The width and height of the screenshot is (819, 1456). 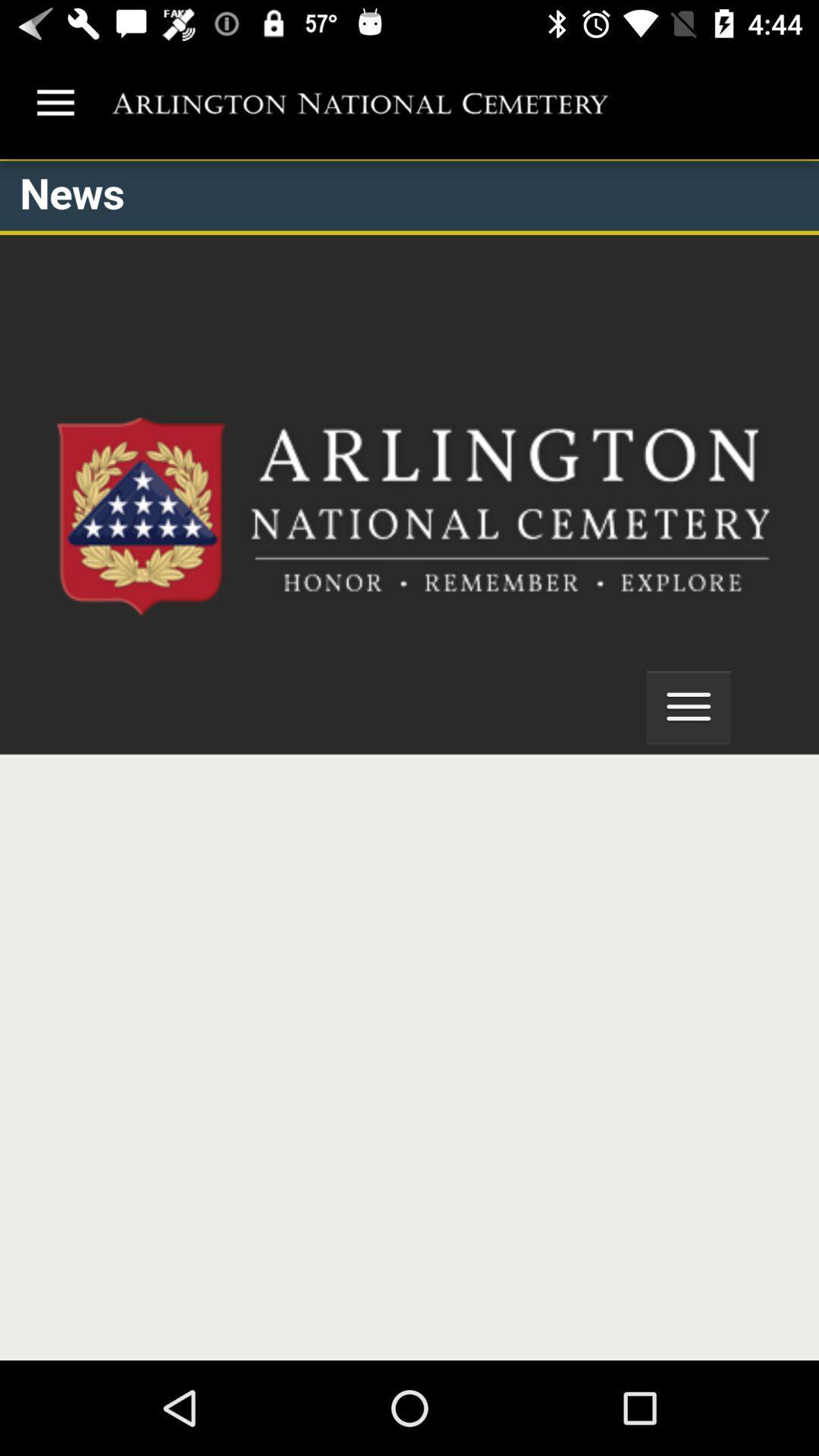 What do you see at coordinates (409, 760) in the screenshot?
I see `advertisement page` at bounding box center [409, 760].